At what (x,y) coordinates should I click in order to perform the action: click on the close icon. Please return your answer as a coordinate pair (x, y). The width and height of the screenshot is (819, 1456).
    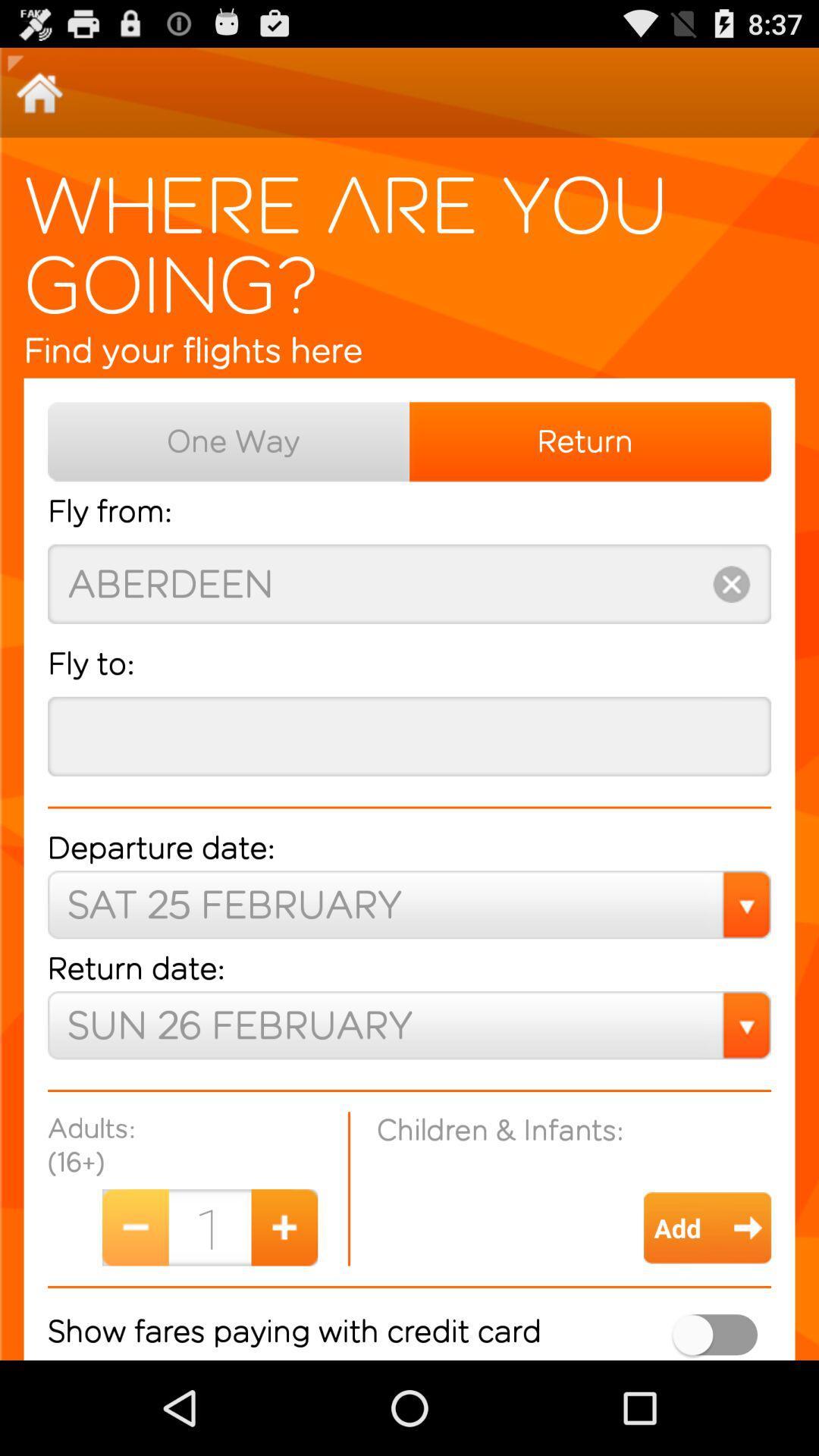
    Looking at the image, I should click on (730, 625).